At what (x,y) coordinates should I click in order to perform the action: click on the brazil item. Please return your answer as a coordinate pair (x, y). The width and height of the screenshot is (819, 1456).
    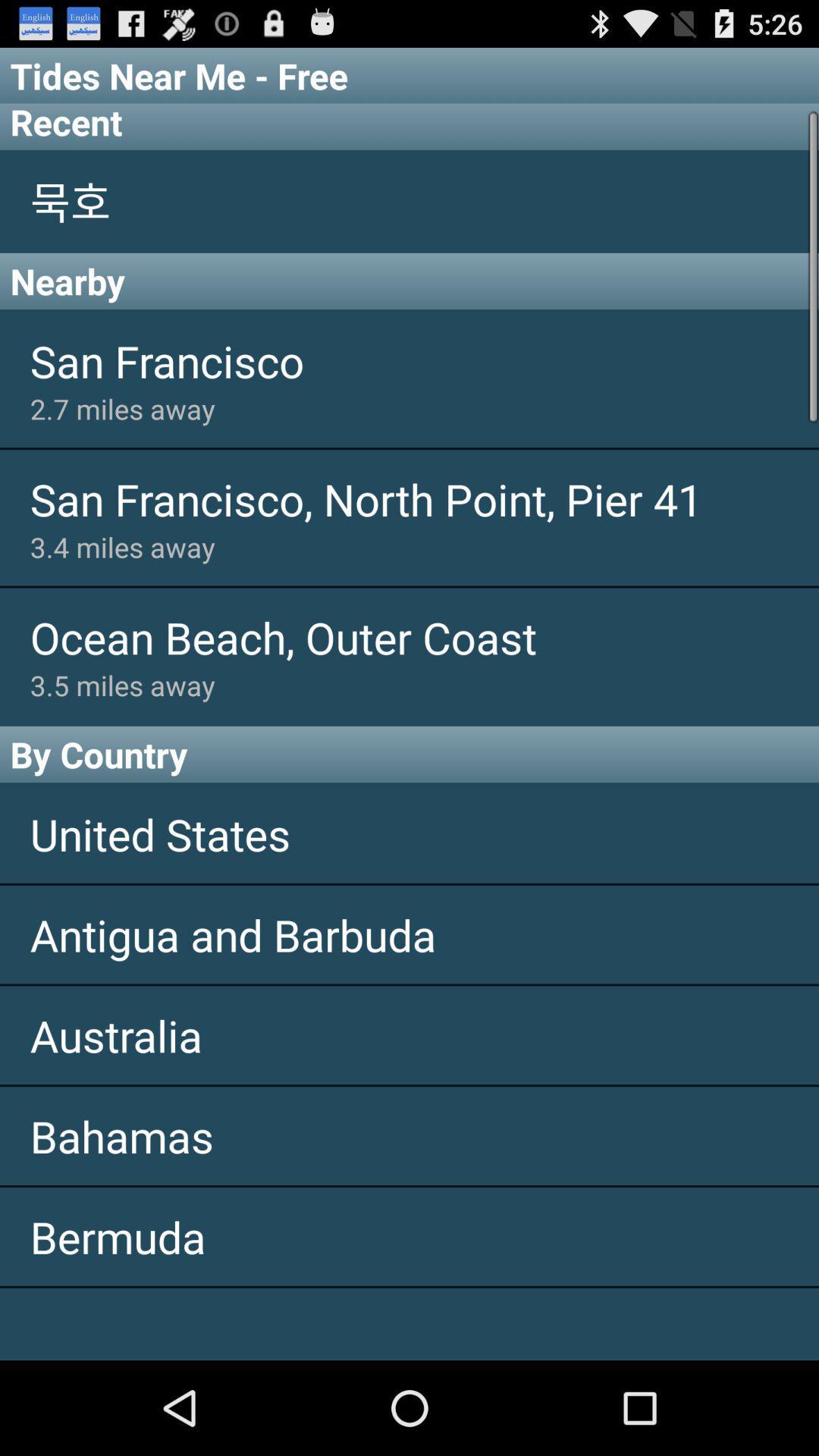
    Looking at the image, I should click on (409, 1323).